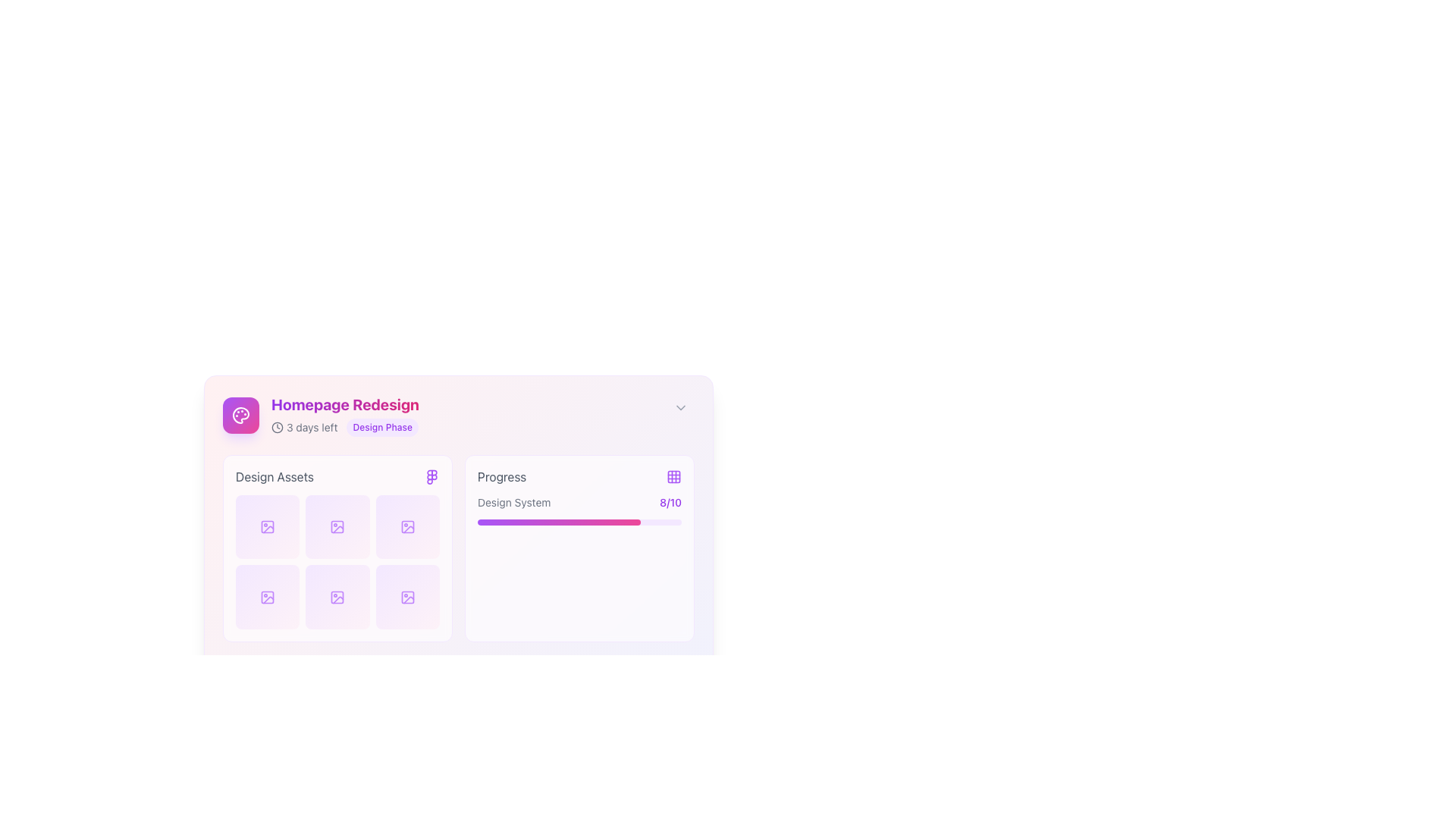 This screenshot has width=1456, height=819. I want to click on the icon representing an asset or media item located, so click(407, 526).